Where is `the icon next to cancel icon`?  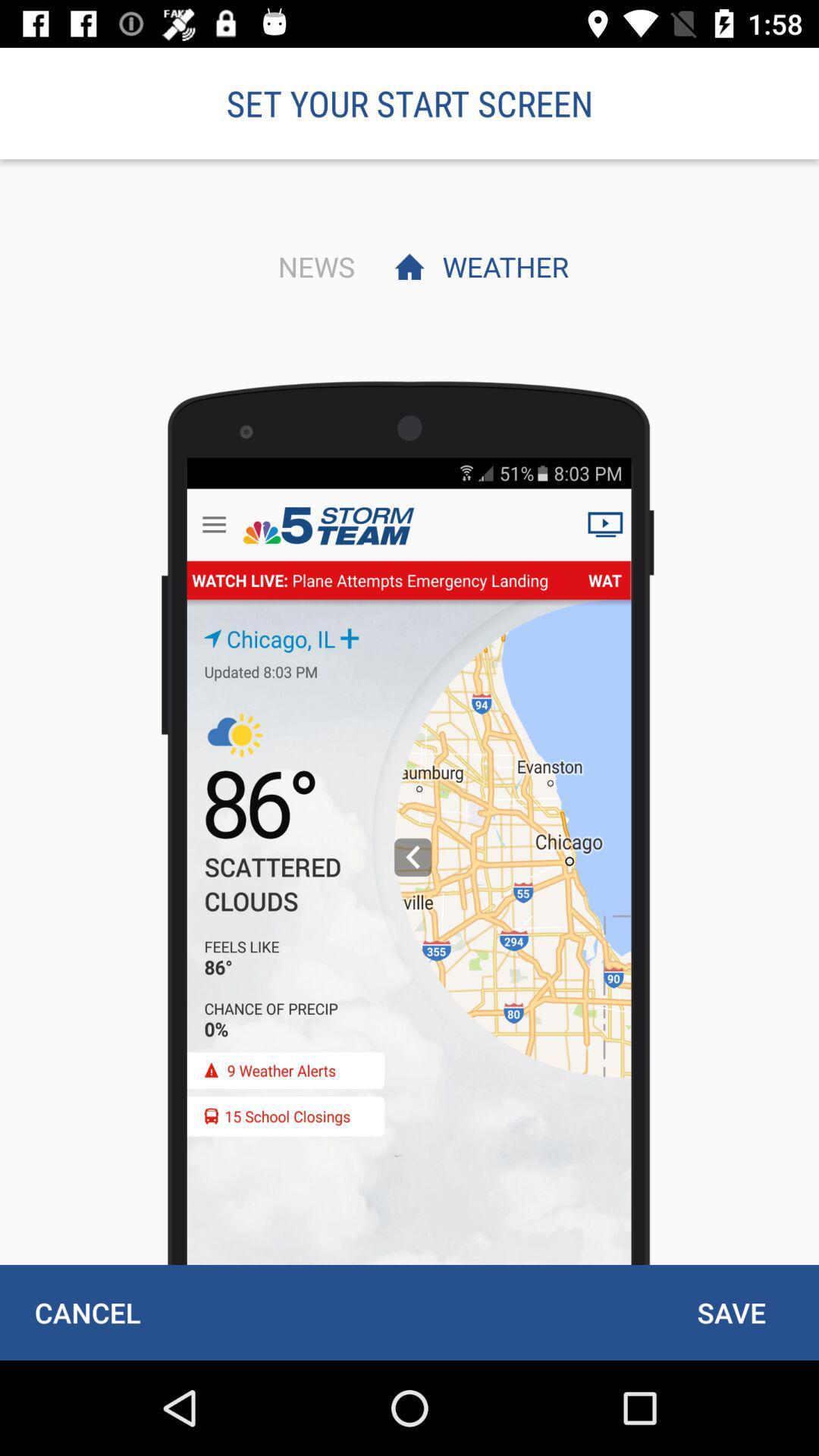 the icon next to cancel icon is located at coordinates (730, 1312).